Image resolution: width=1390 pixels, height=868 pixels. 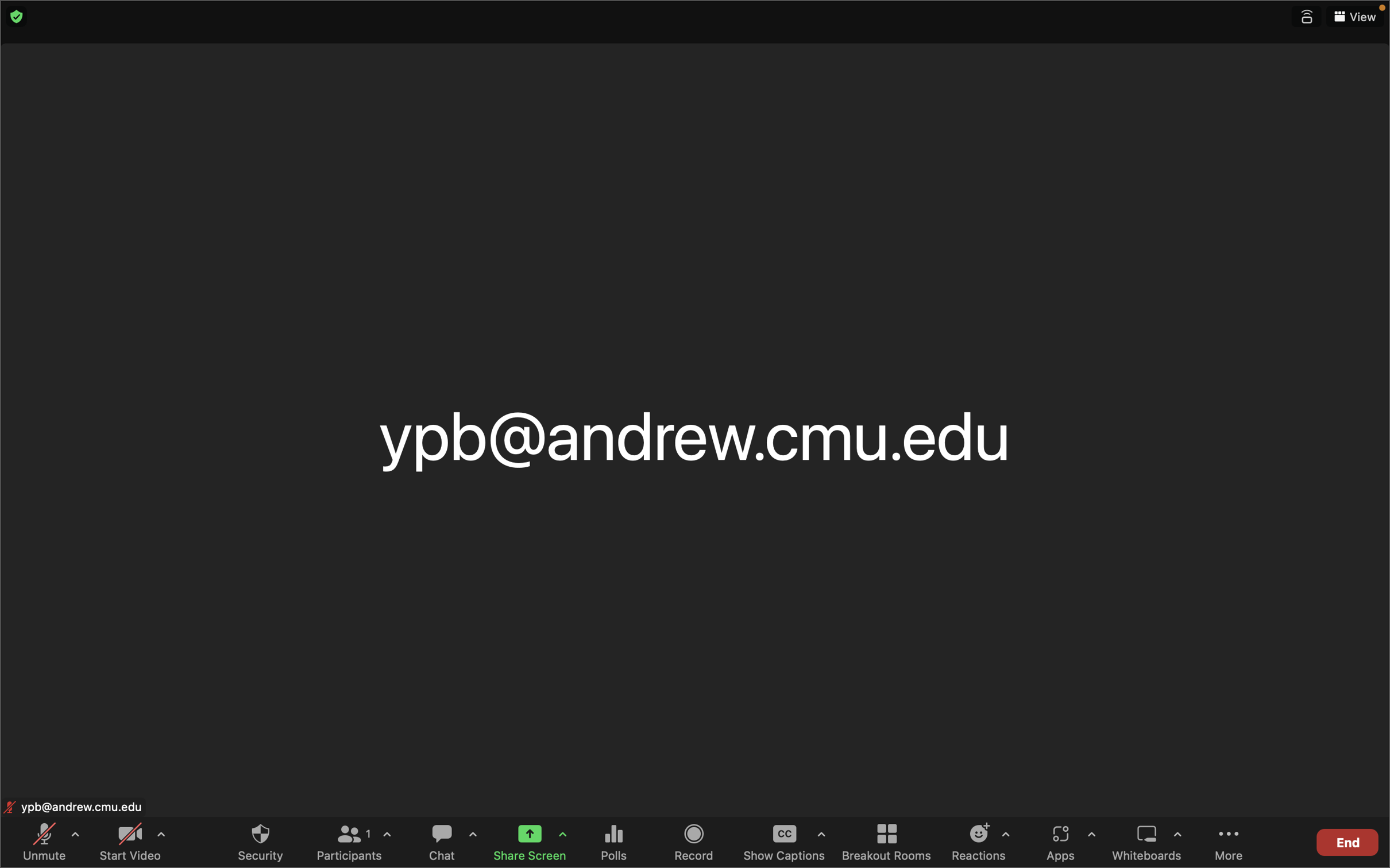 I want to click on Unmute the audio, so click(x=46, y=841).